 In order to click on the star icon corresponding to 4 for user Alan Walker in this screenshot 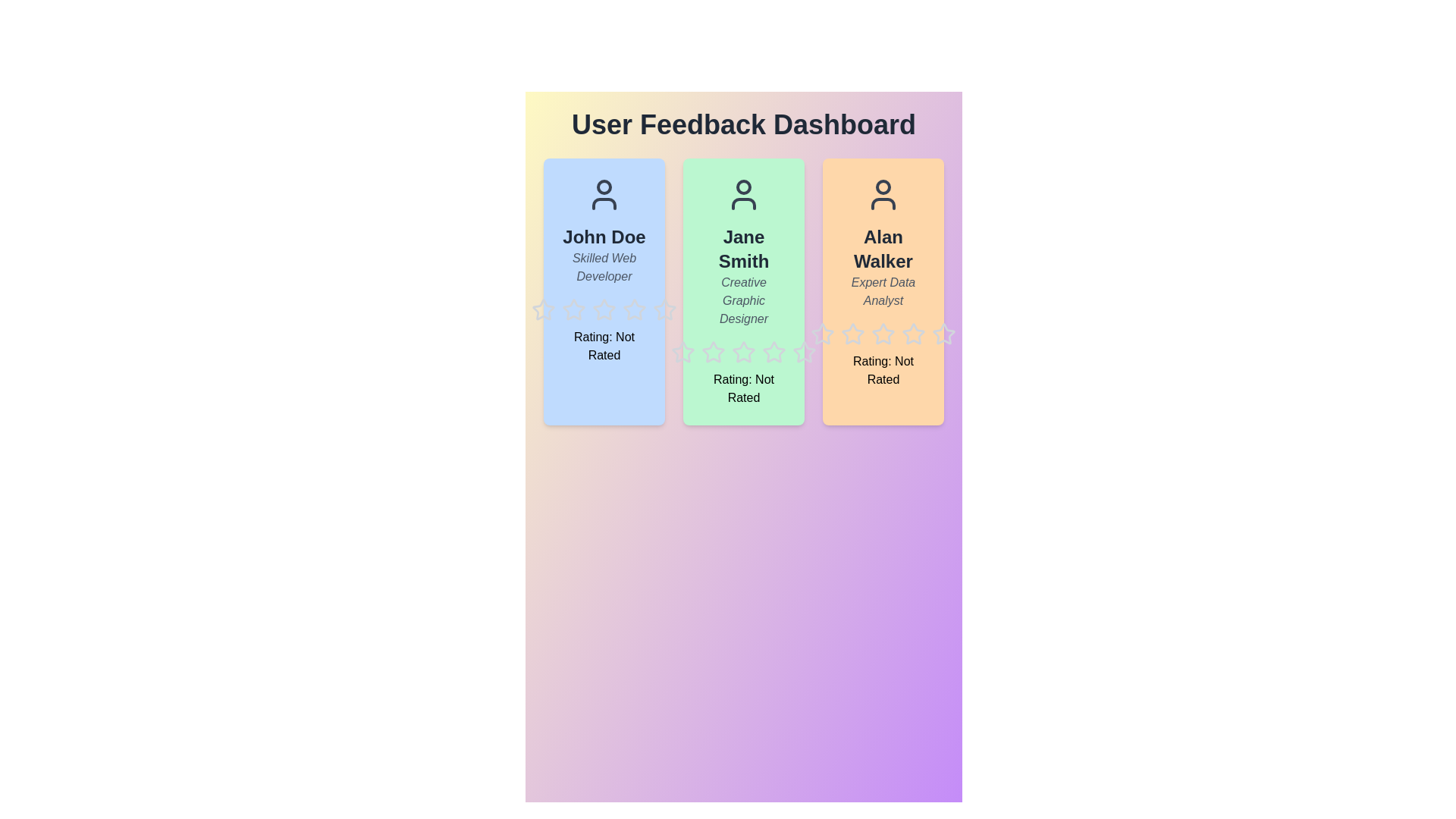, I will do `click(902, 321)`.